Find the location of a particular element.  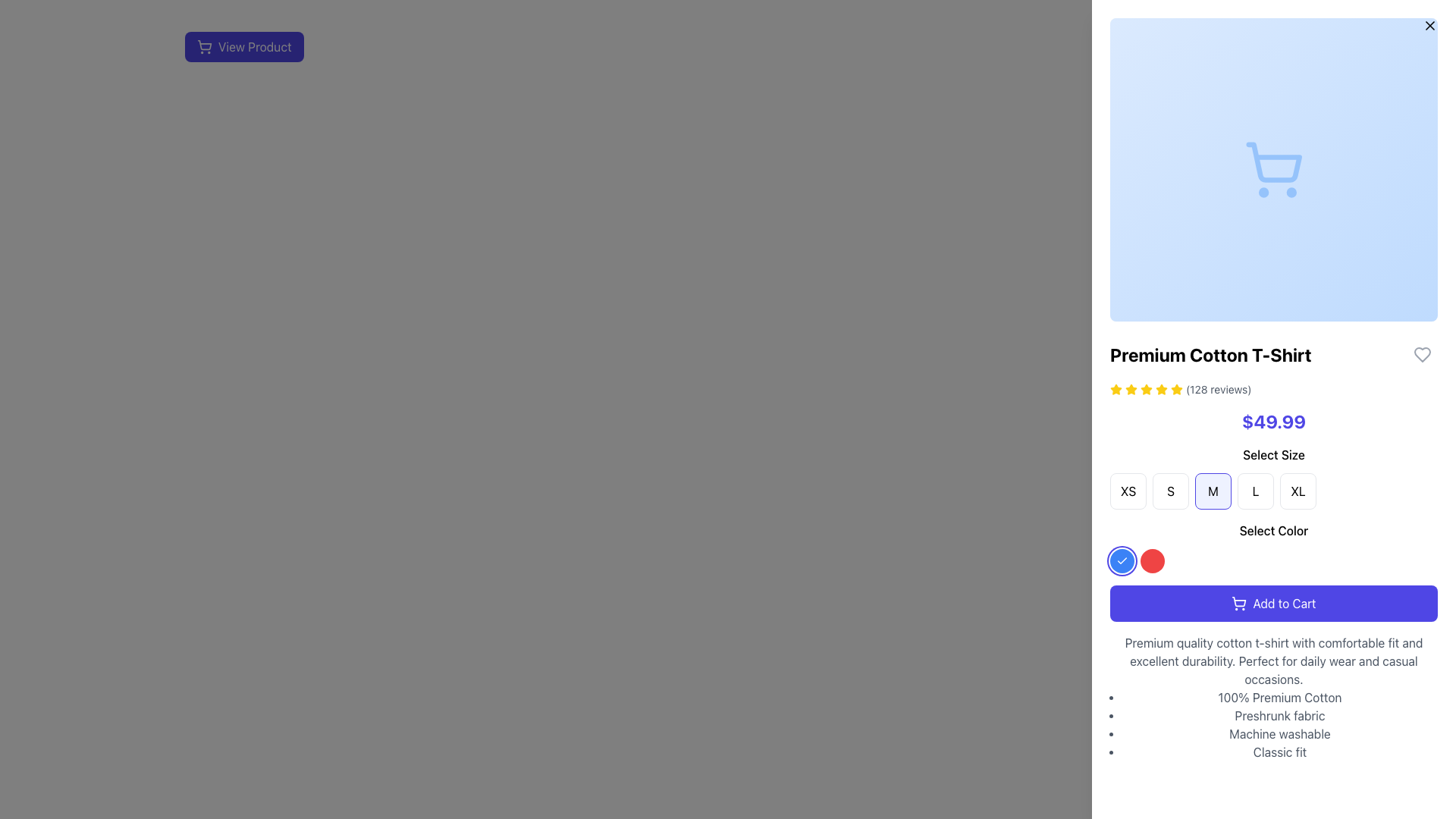

the heart-shaped icon button located in the top-right corner of the product detail section, which has a line-based outline and light gray color is located at coordinates (1422, 354).